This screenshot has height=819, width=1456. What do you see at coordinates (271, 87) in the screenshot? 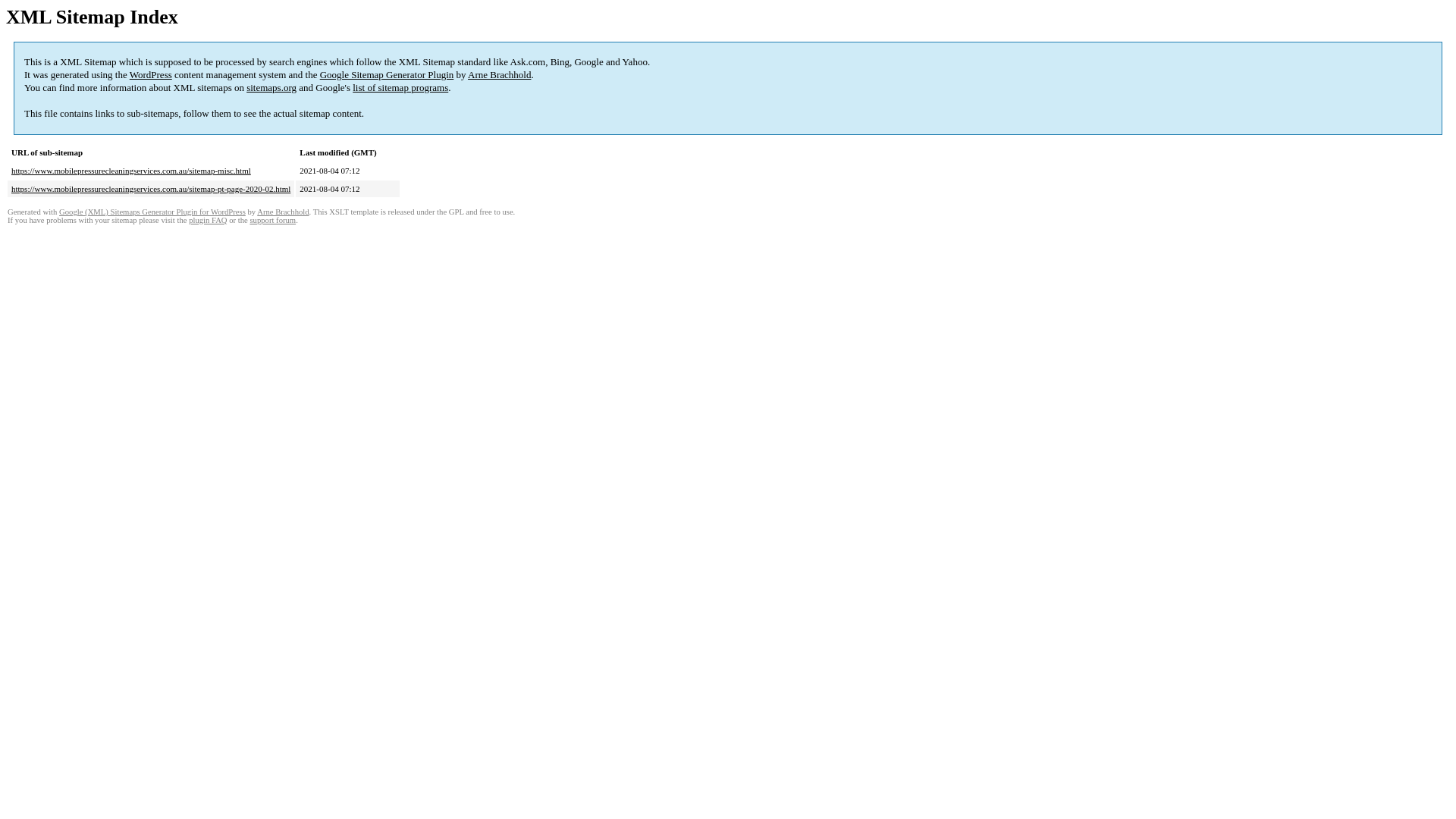
I see `'sitemaps.org'` at bounding box center [271, 87].